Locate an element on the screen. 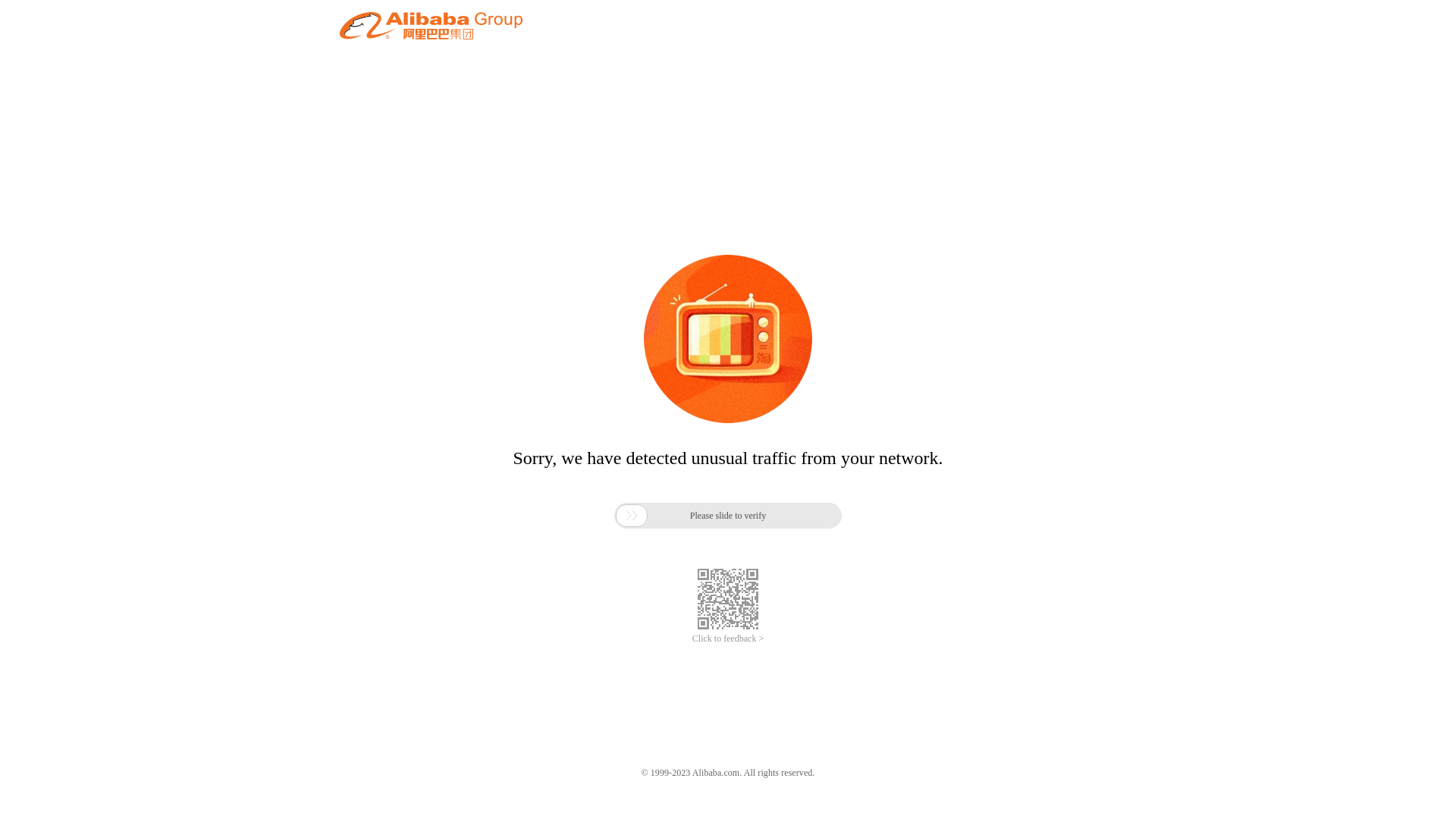 This screenshot has width=1456, height=819. 'Click to feedback >' is located at coordinates (728, 639).